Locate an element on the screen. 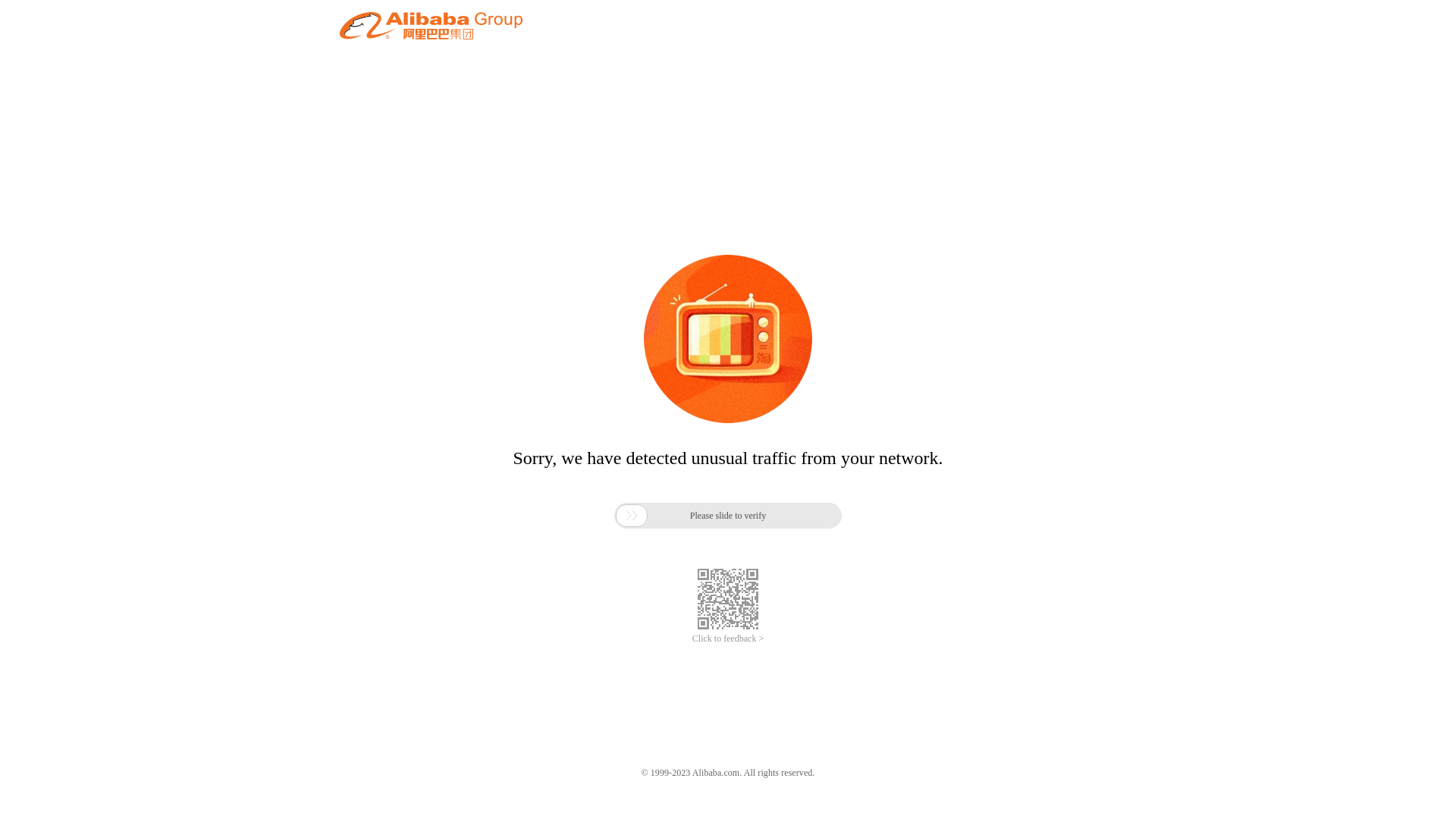 This screenshot has width=1456, height=819. 'Click to feedback >' is located at coordinates (728, 639).